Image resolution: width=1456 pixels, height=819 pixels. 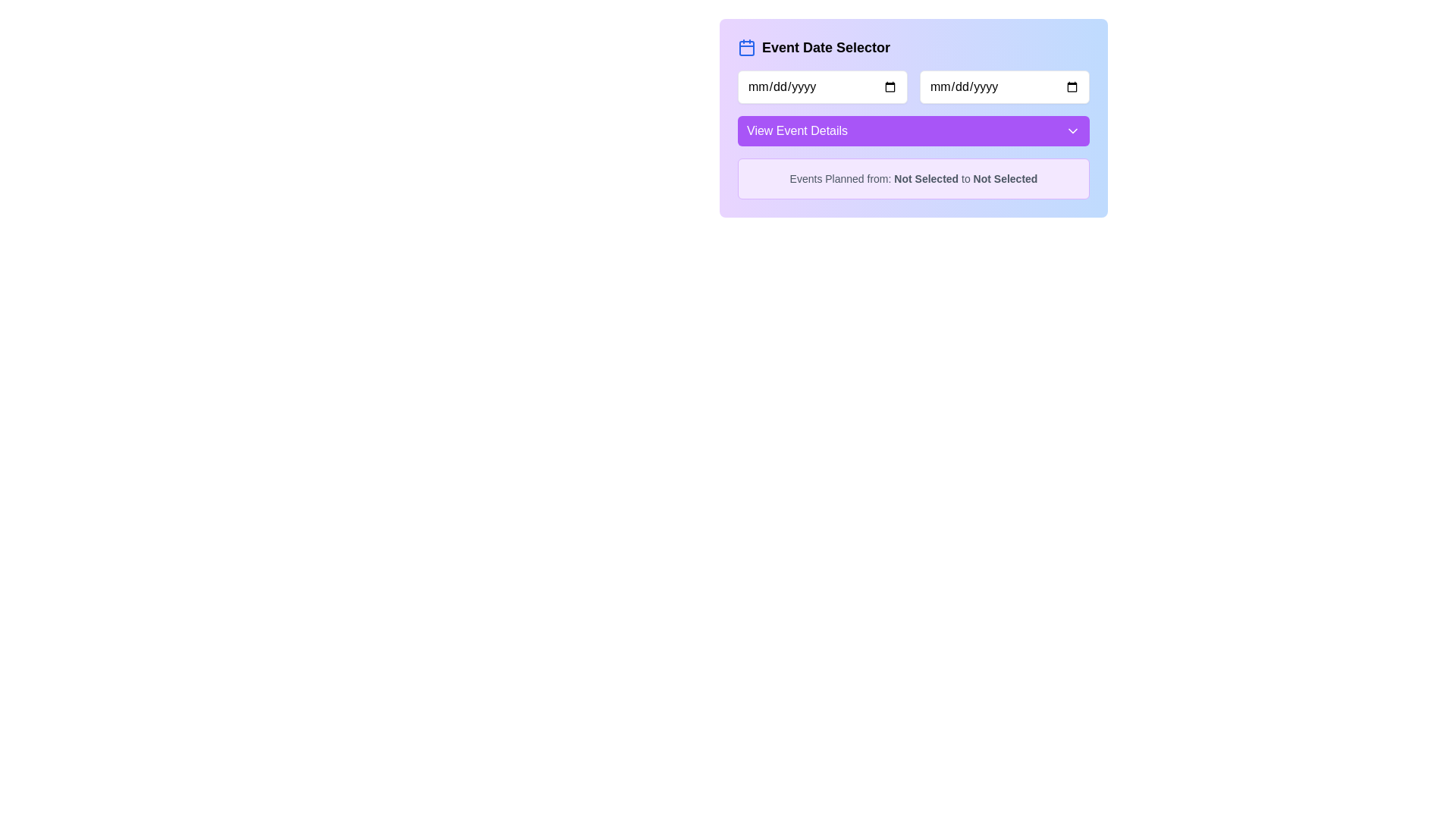 What do you see at coordinates (912, 117) in the screenshot?
I see `the rectangular interactive button labeled 'View Event Details' with a purple background, located below two date input fields and above a summary box displaying 'Events Planned from: Not Selected to Not Selected'` at bounding box center [912, 117].